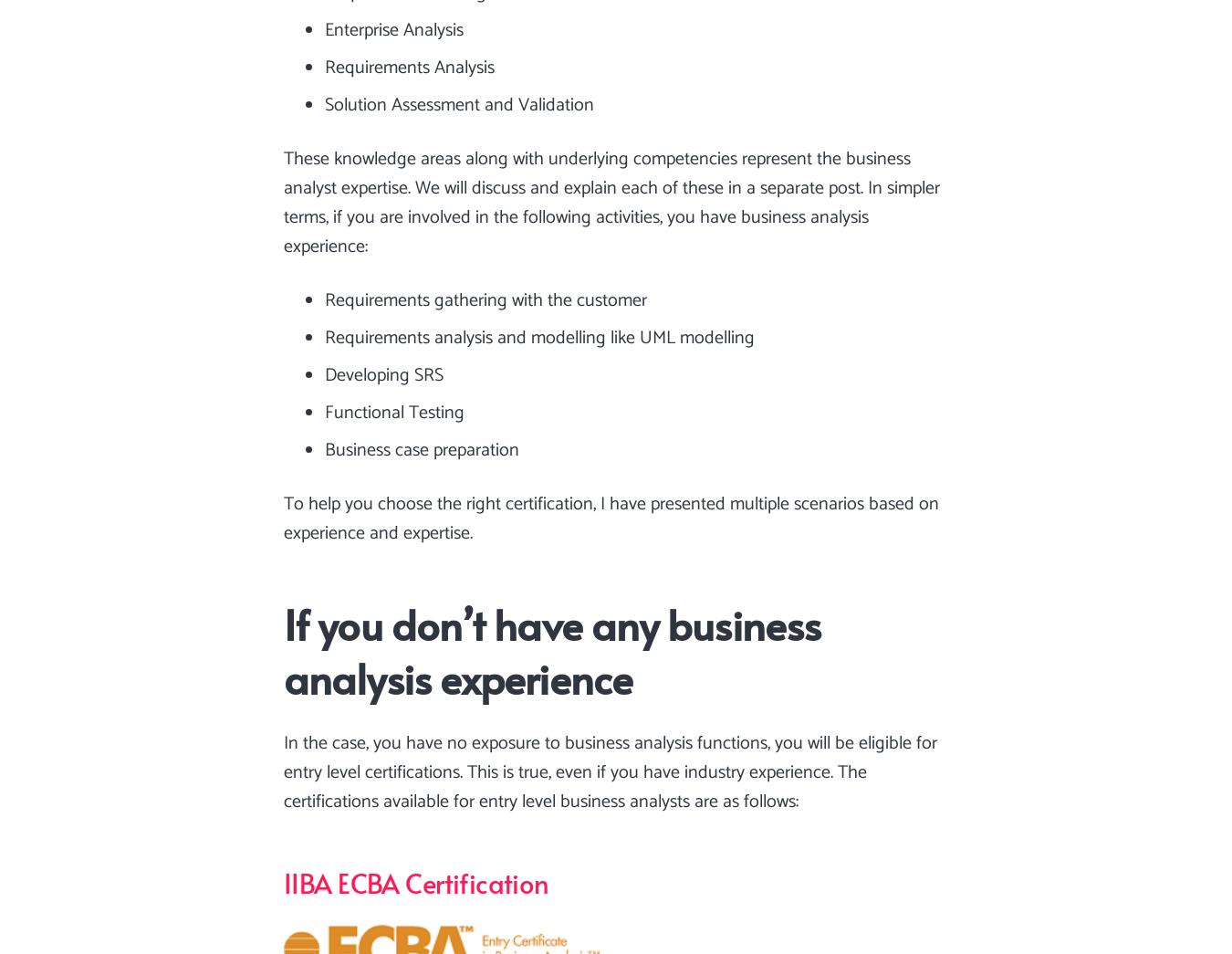  Describe the element at coordinates (415, 882) in the screenshot. I see `'IIBA ECBA Certification'` at that location.